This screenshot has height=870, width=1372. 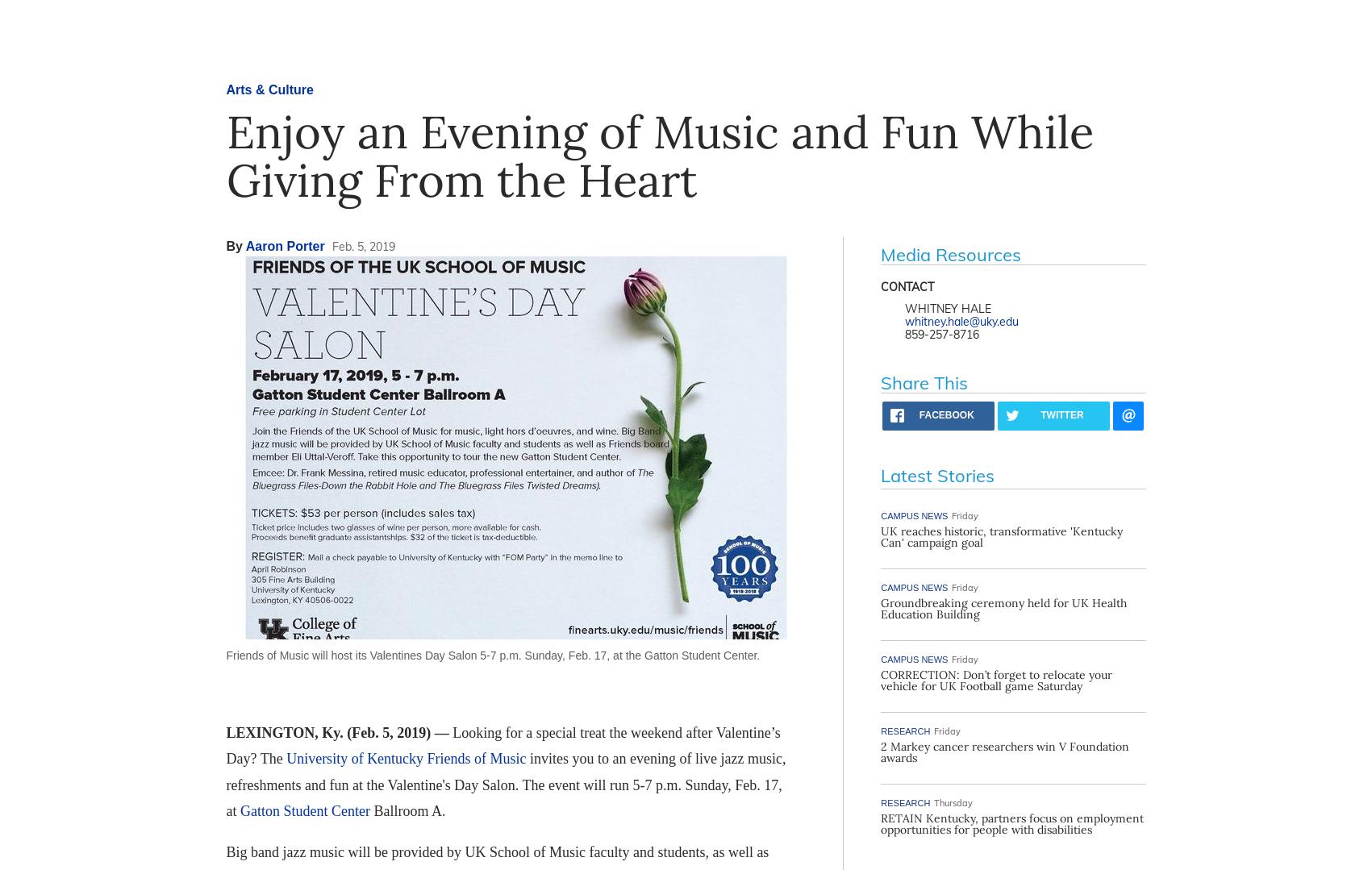 I want to click on 'email', so click(x=1115, y=427).